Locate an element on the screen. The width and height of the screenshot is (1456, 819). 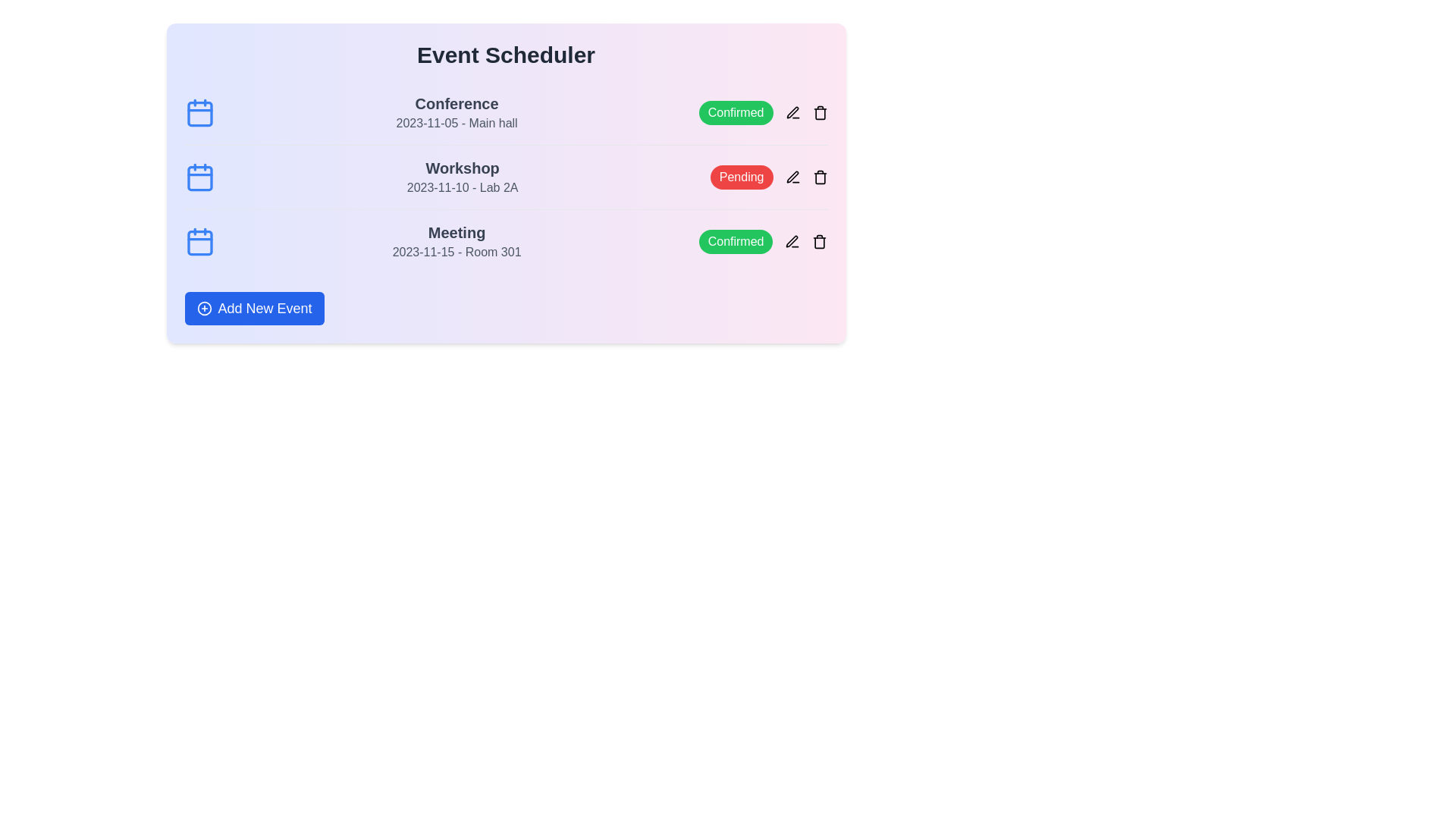
the event title and details label located at the top of the 'Event Scheduler' section, which is flanked by a calendar icon on the left and a 'Confirmed' status indicator on the right is located at coordinates (456, 112).